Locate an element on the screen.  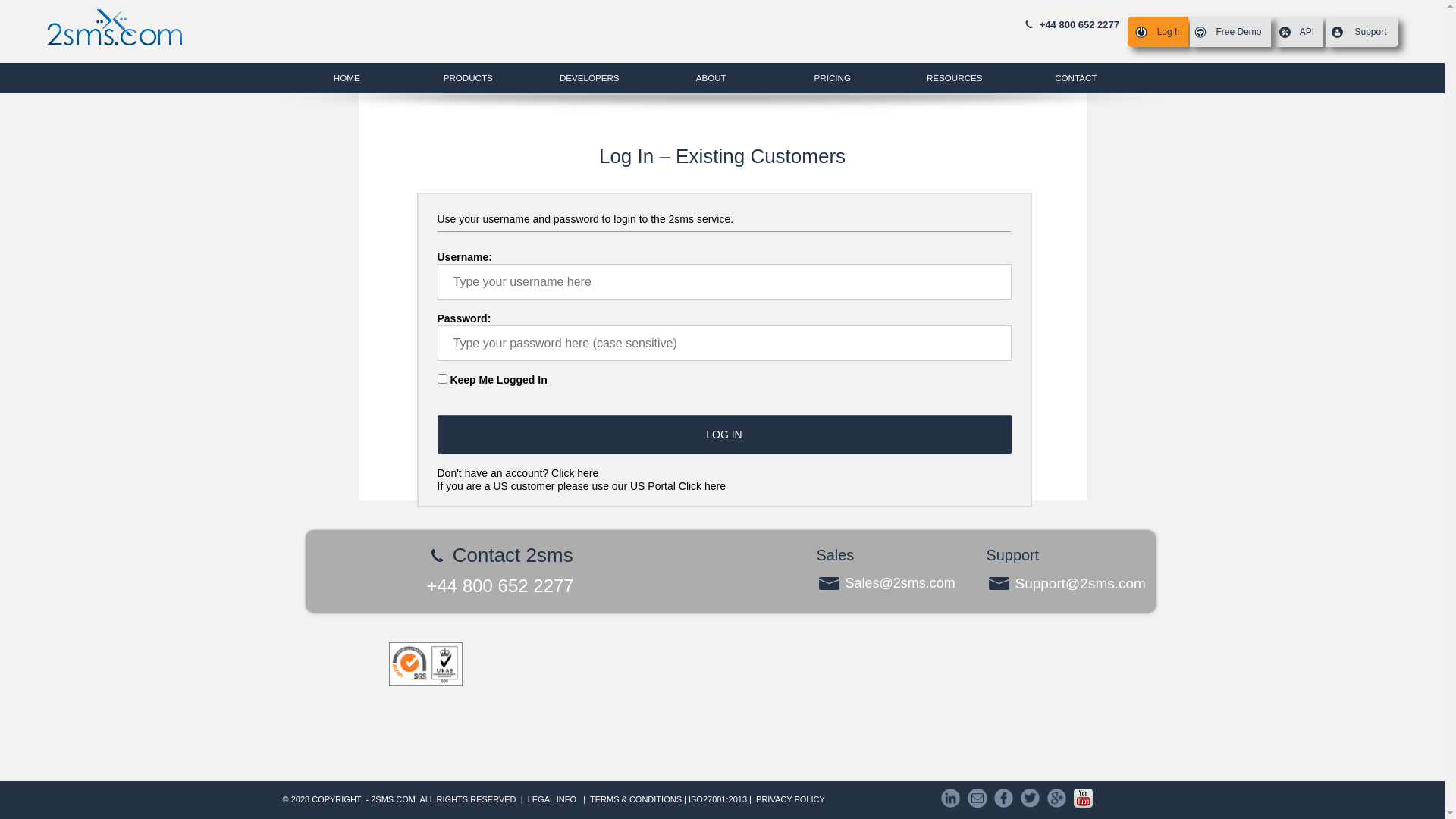
'PRODUCTS' is located at coordinates (467, 78).